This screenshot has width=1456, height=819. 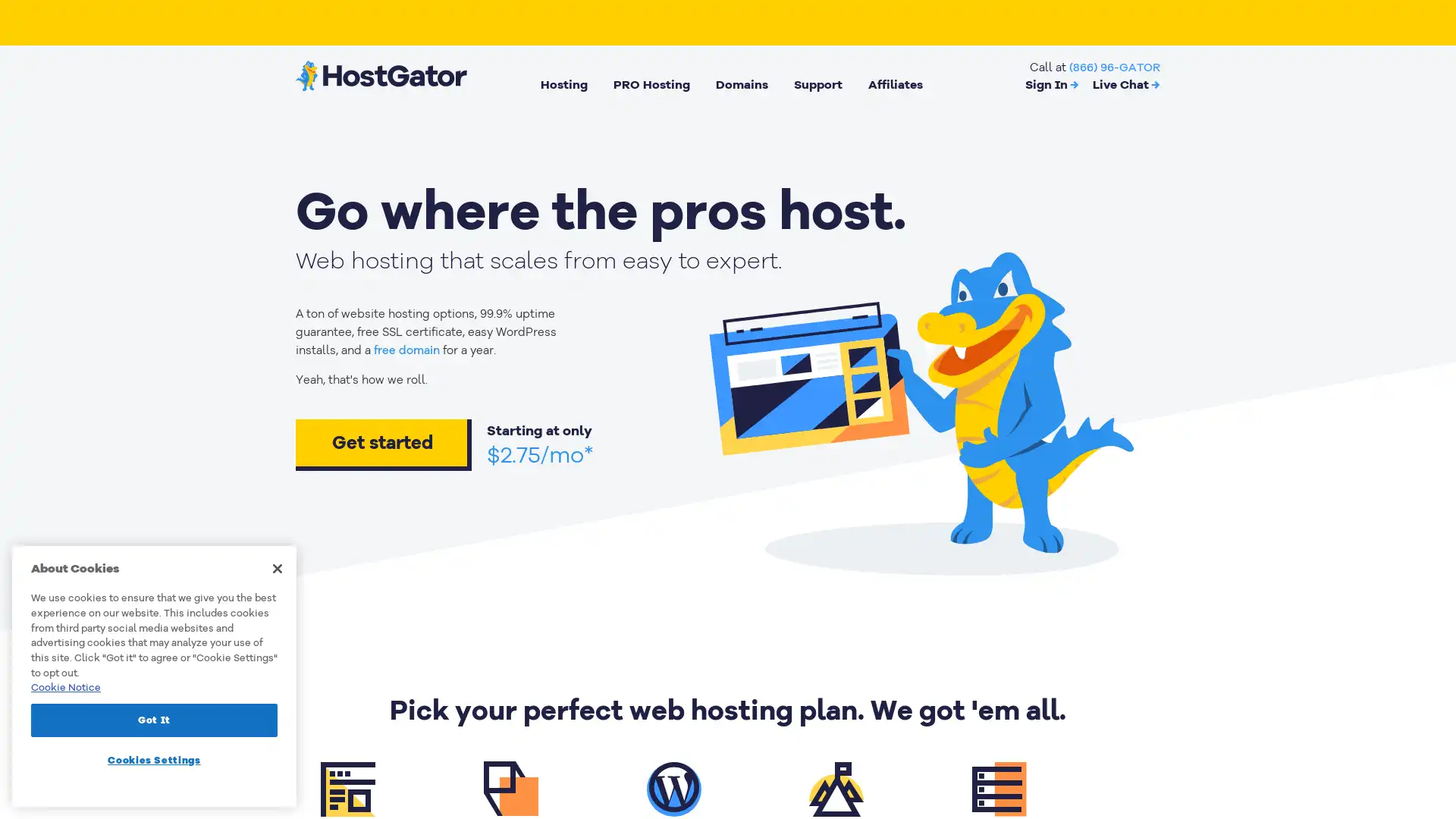 I want to click on Cookies Settings, so click(x=154, y=760).